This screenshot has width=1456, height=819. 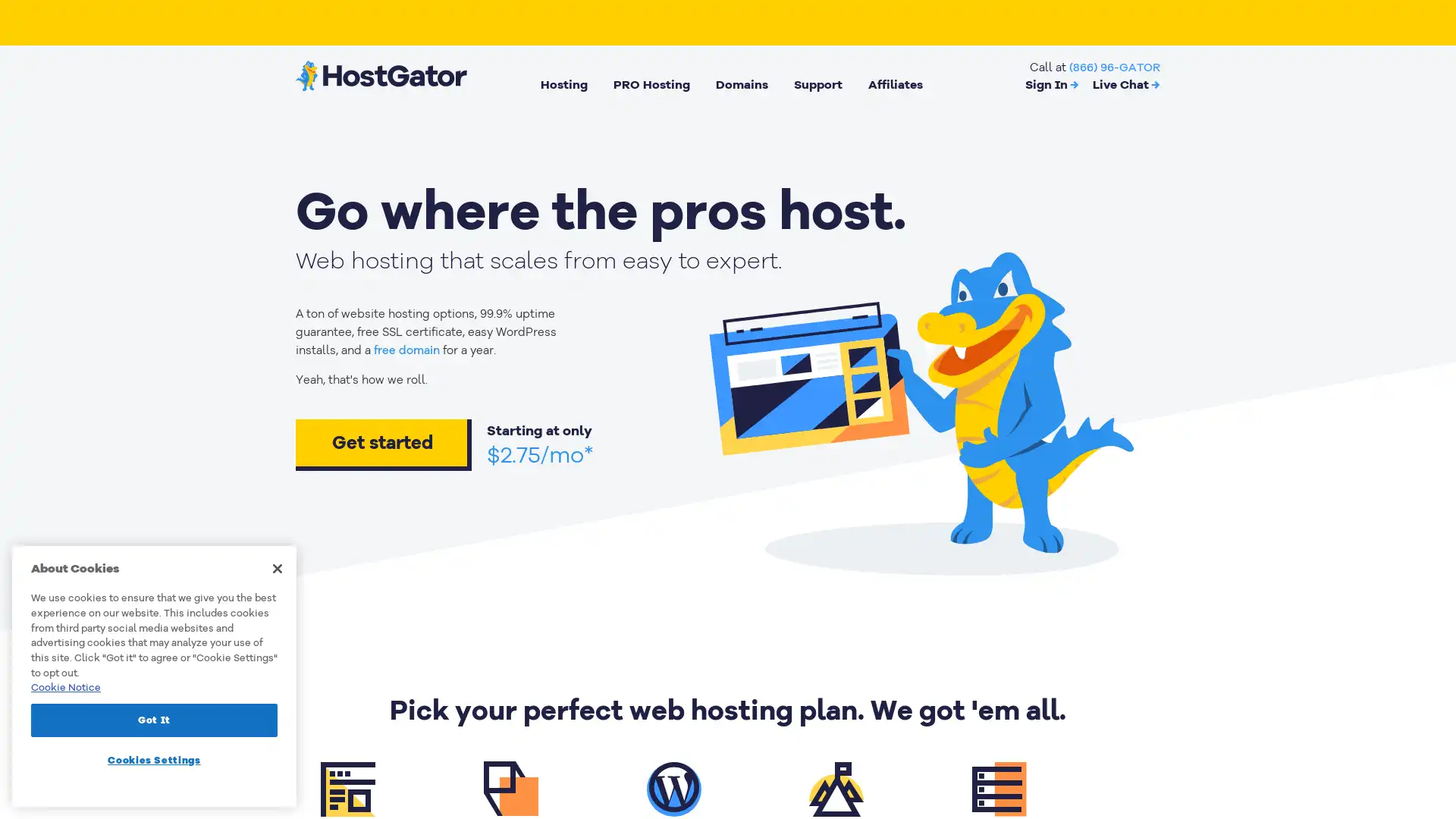 I want to click on Cookies Settings, so click(x=154, y=760).